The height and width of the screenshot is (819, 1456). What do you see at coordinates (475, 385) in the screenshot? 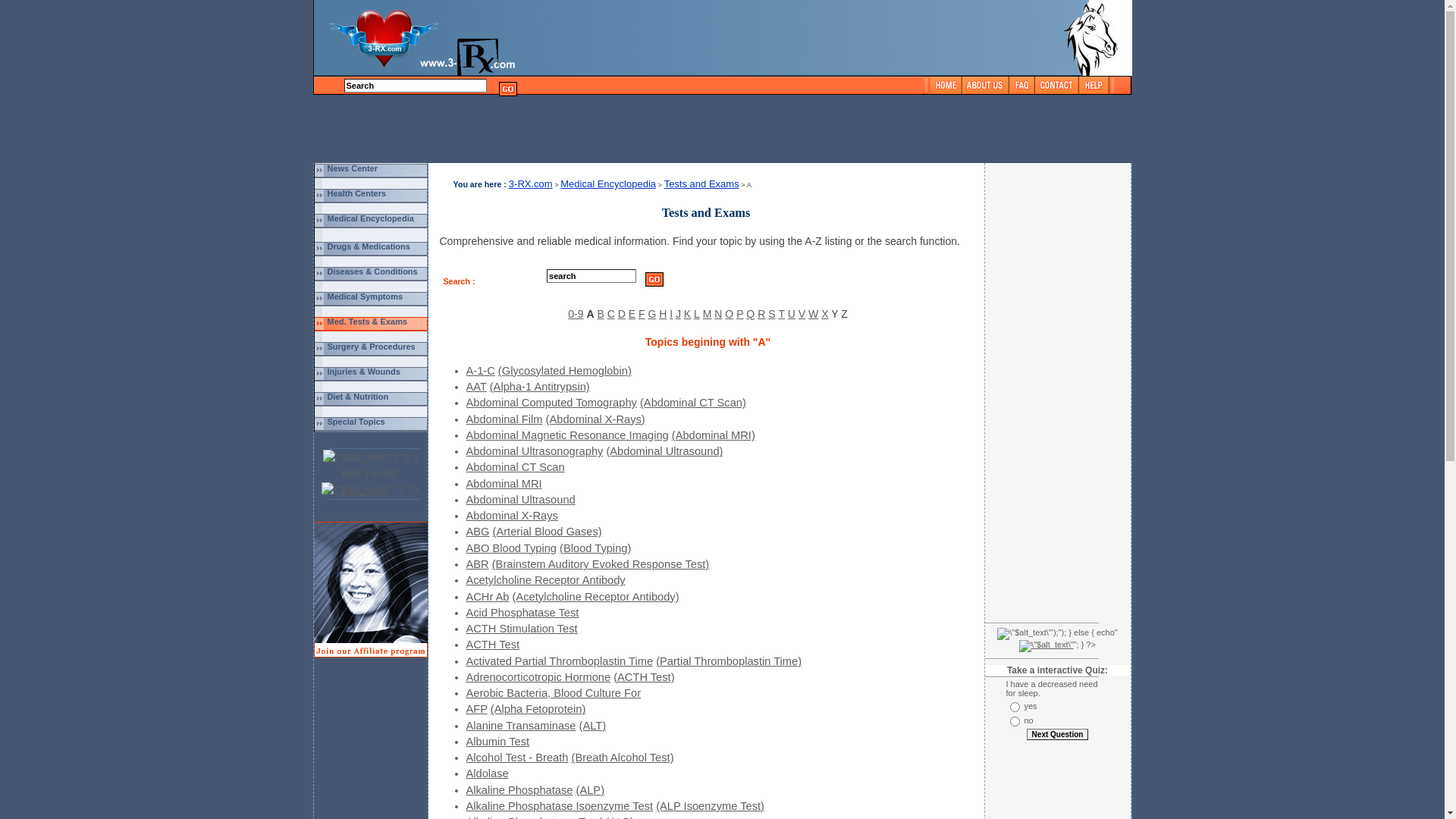
I see `'AAT'` at bounding box center [475, 385].